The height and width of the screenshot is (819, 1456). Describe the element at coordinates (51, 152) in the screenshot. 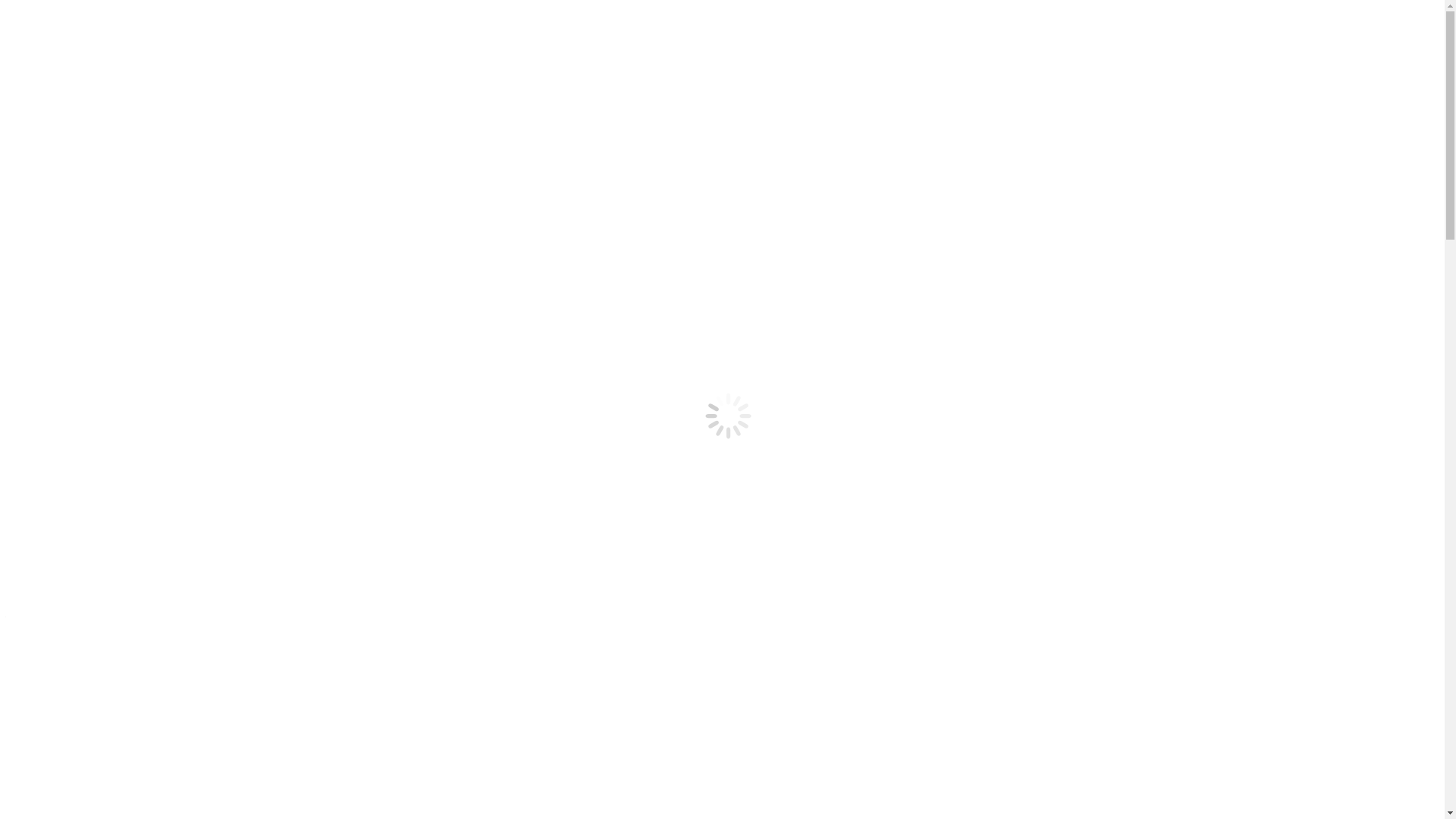

I see `'Home'` at that location.